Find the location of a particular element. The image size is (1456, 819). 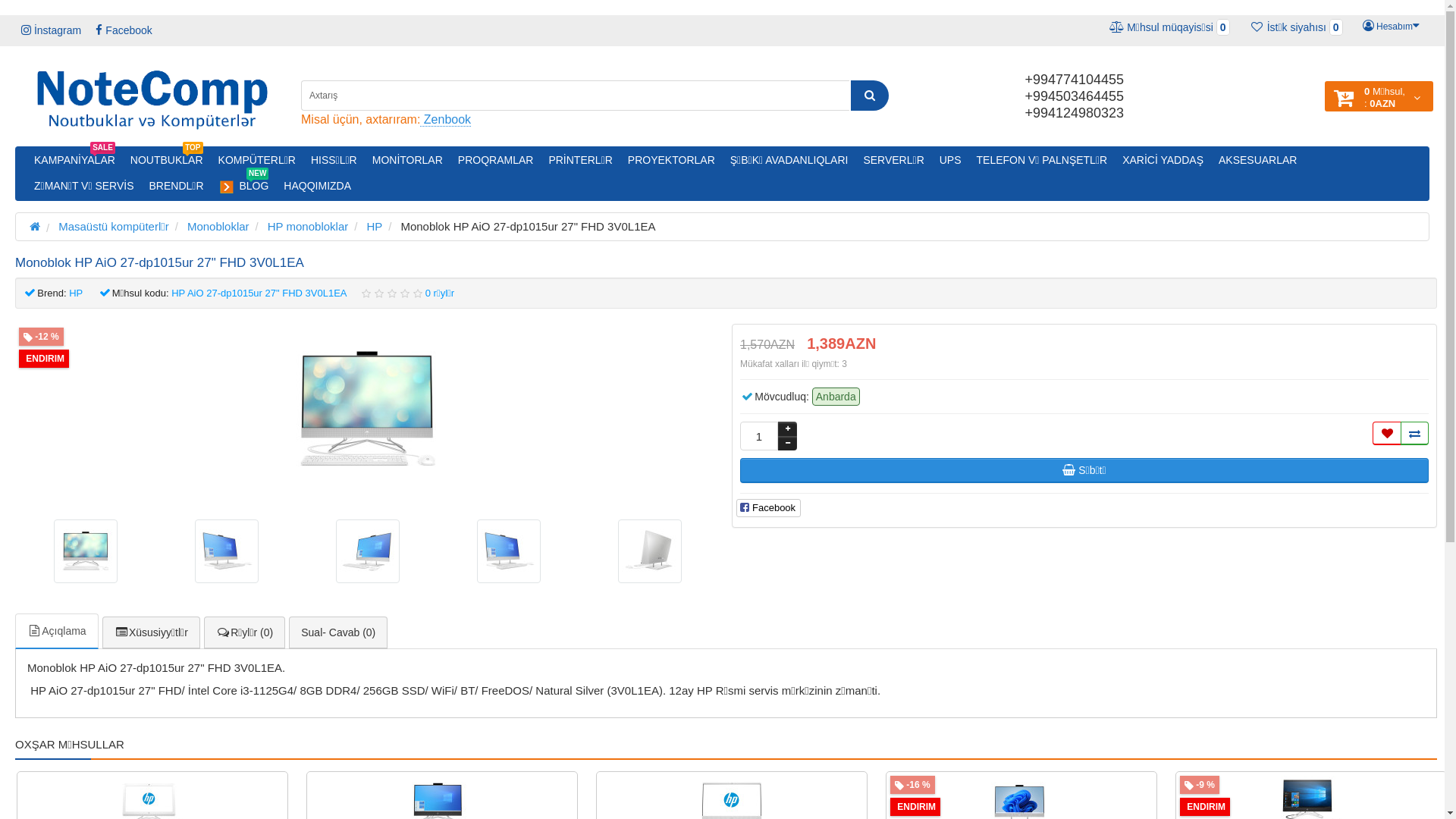

'PROQRAMLAR' is located at coordinates (495, 160).